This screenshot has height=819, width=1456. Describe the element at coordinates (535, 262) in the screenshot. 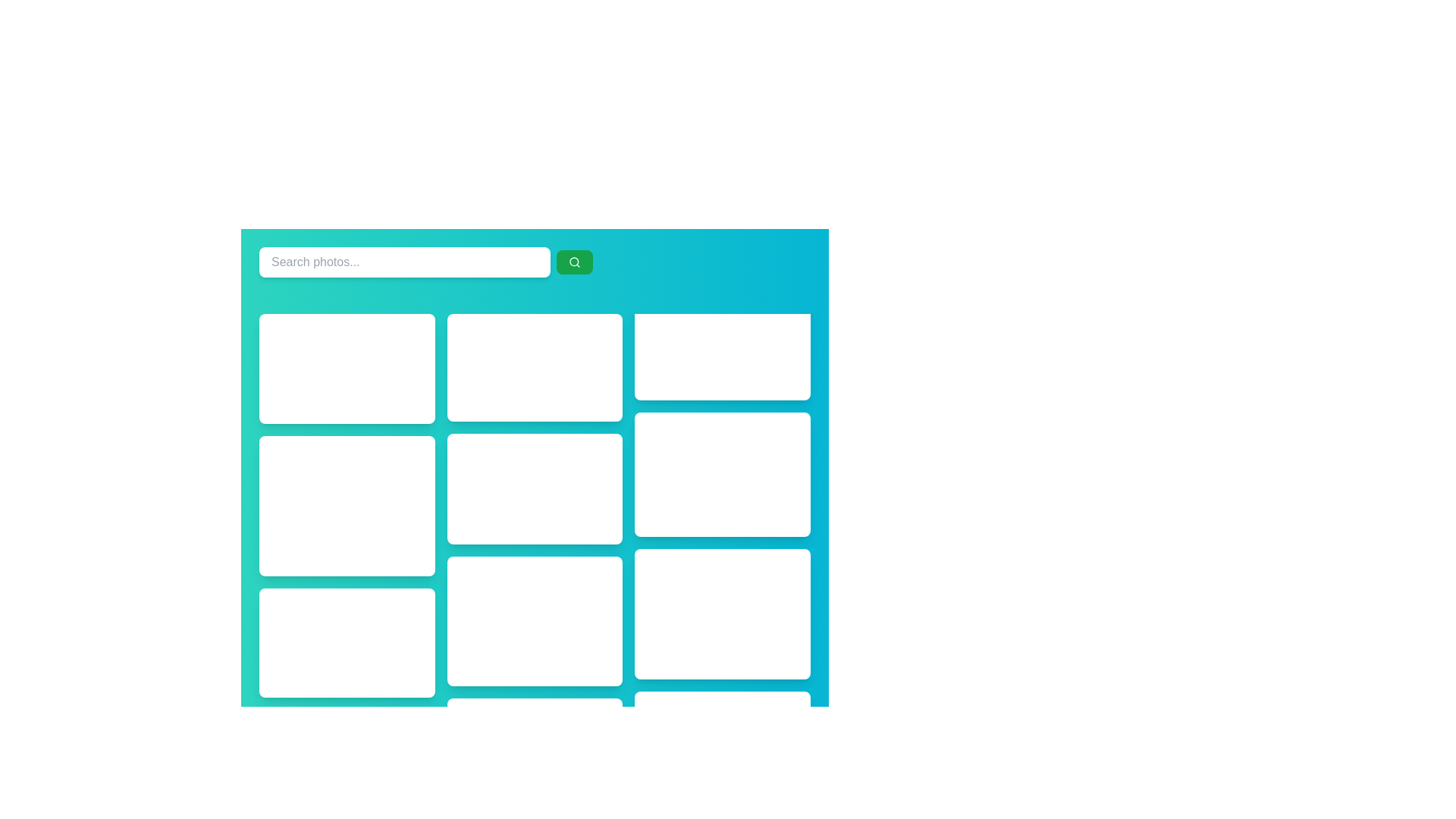

I see `the search button located at the top section of the grid layout of photo thumbnails` at that location.